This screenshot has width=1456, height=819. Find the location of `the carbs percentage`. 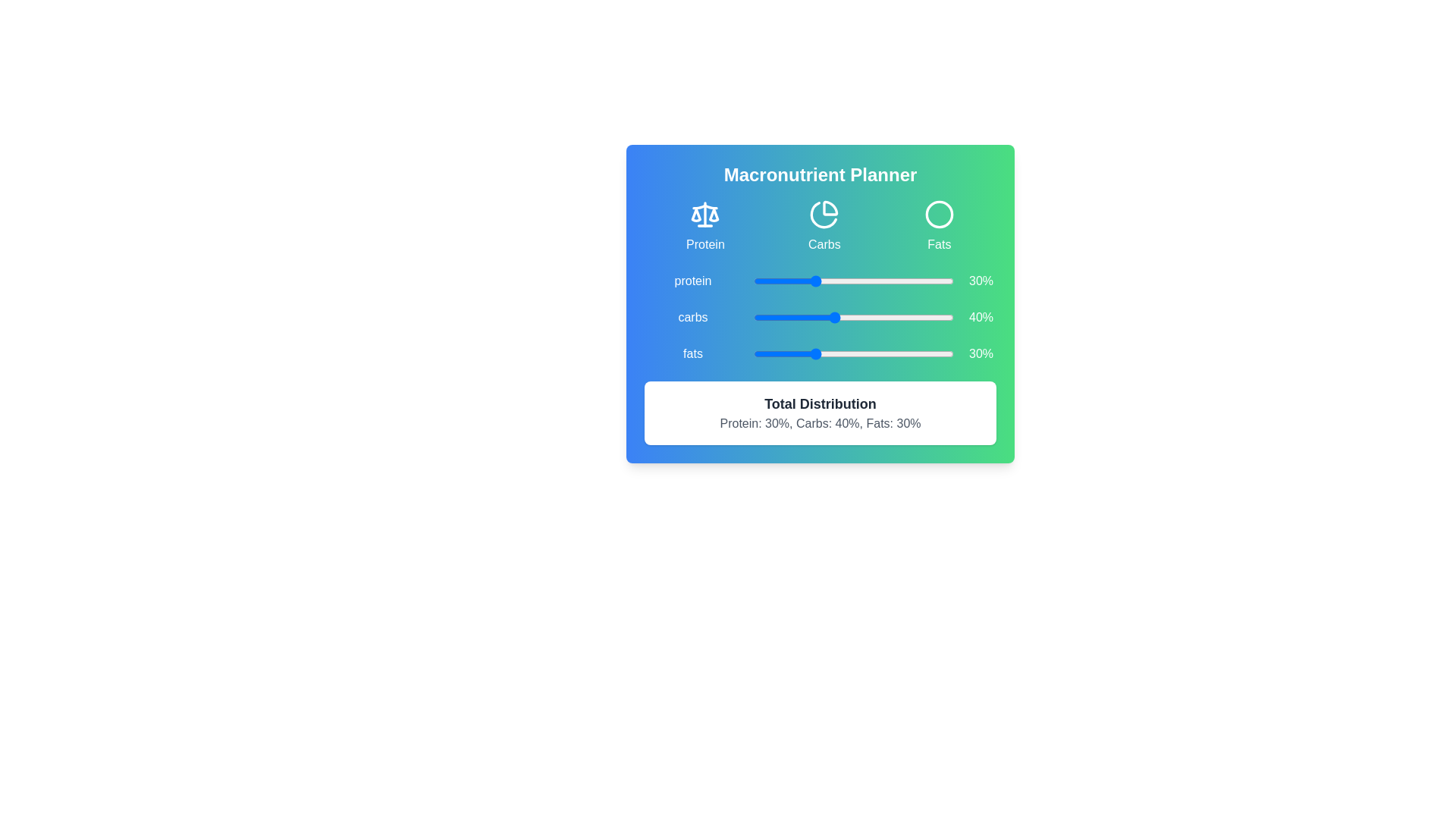

the carbs percentage is located at coordinates (870, 317).